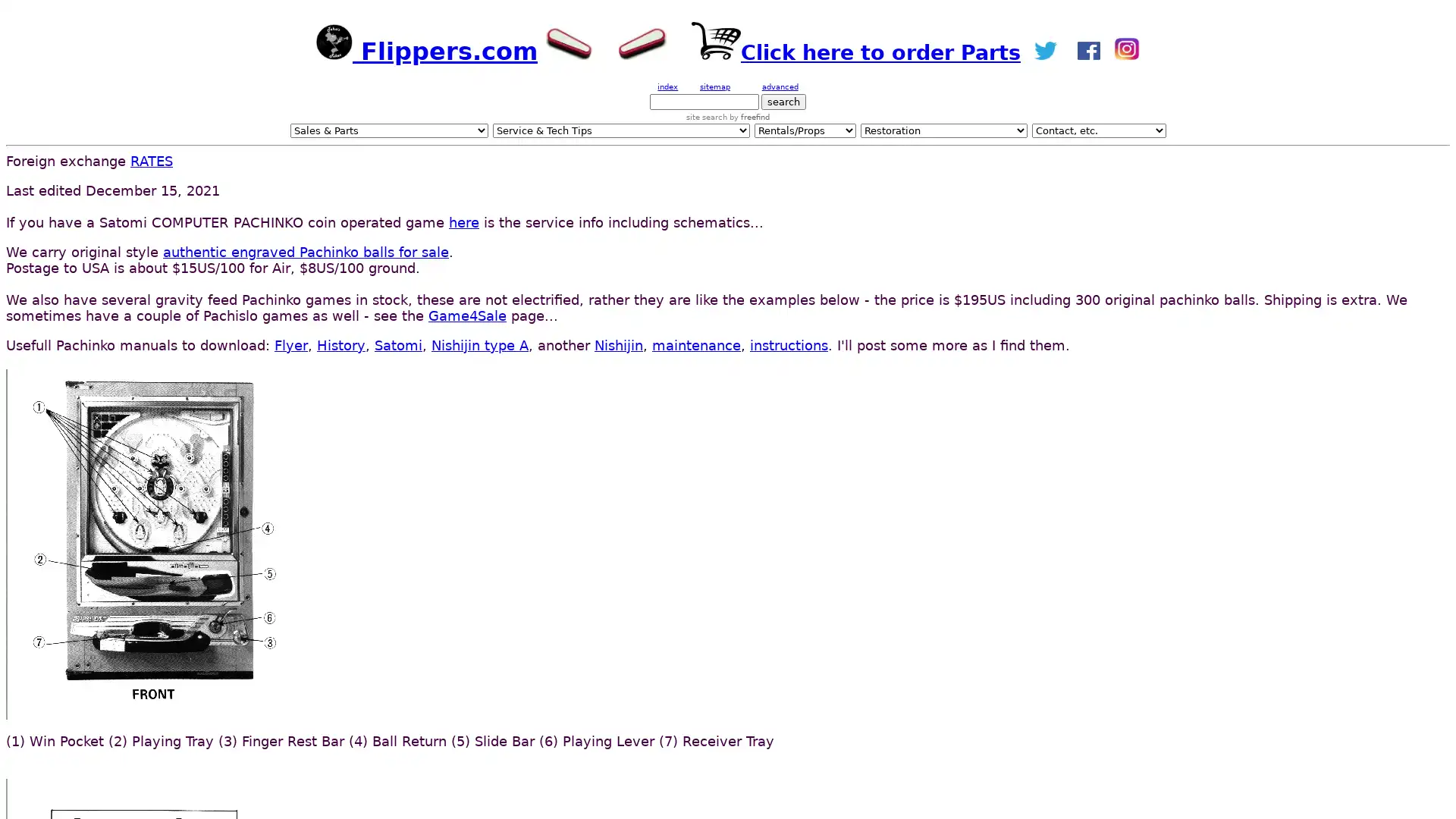 Image resolution: width=1456 pixels, height=819 pixels. Describe the element at coordinates (783, 102) in the screenshot. I see `search` at that location.